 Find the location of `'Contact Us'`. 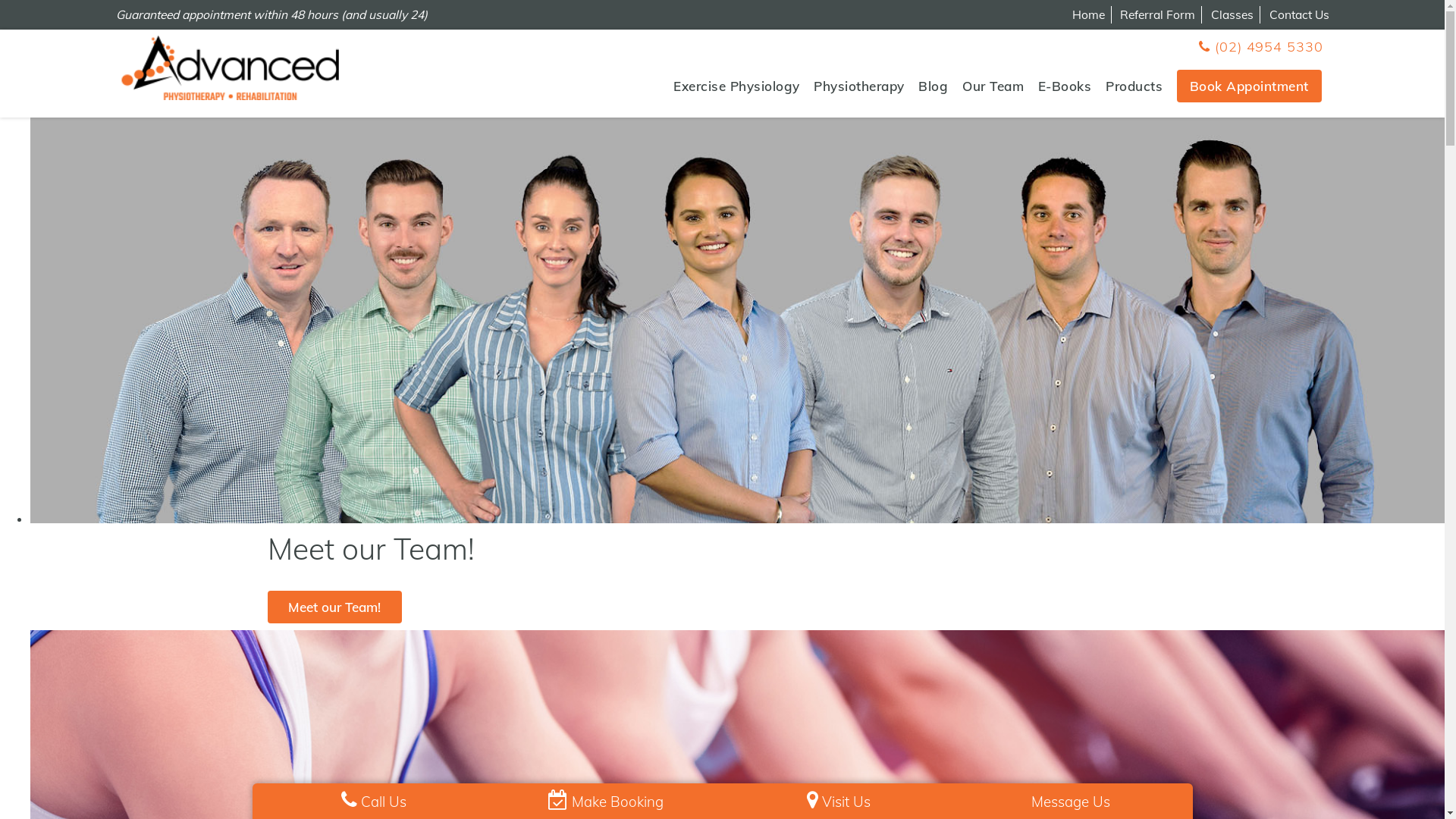

'Contact Us' is located at coordinates (1298, 14).